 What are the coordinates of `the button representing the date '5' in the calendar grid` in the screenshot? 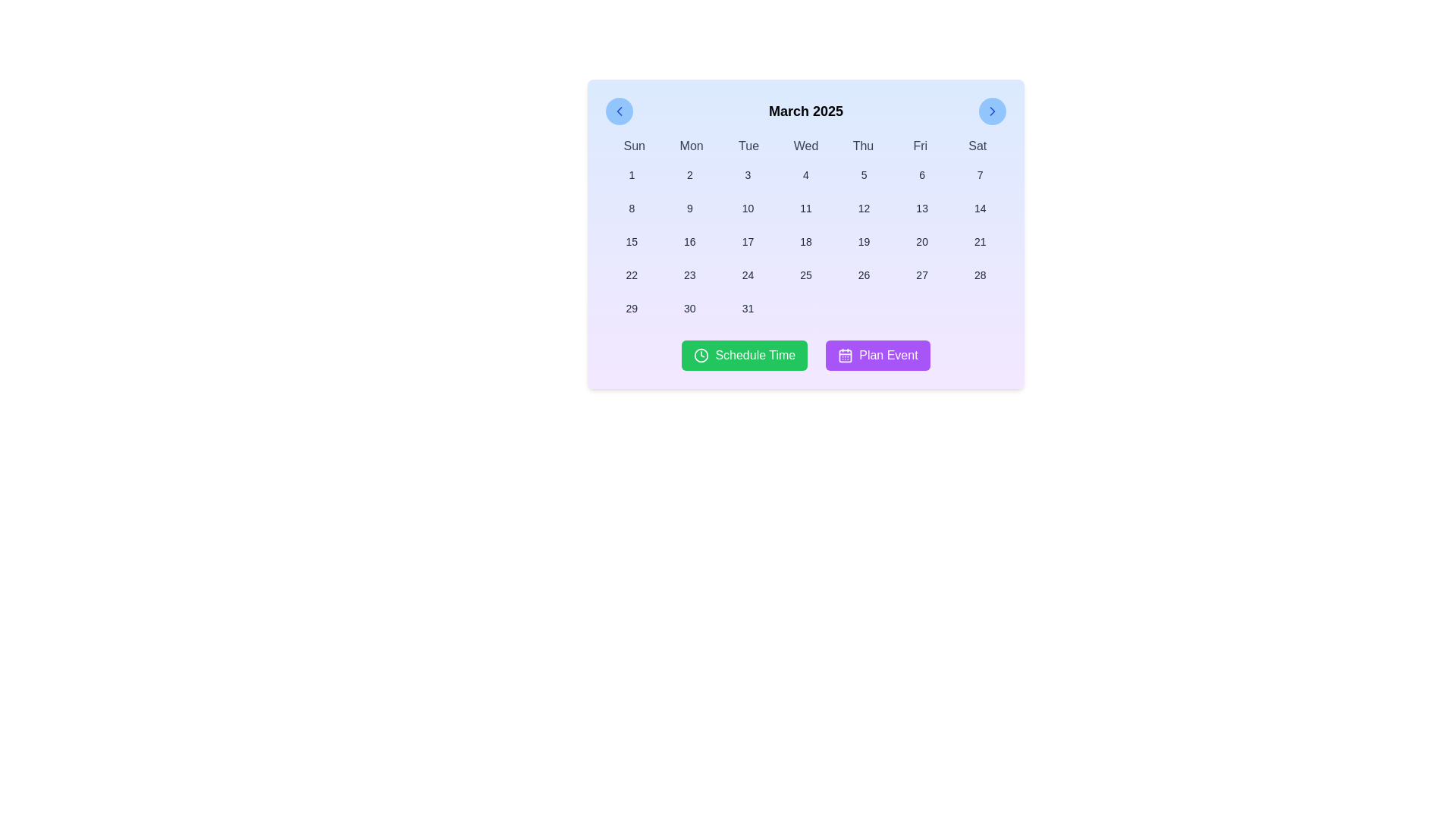 It's located at (864, 174).